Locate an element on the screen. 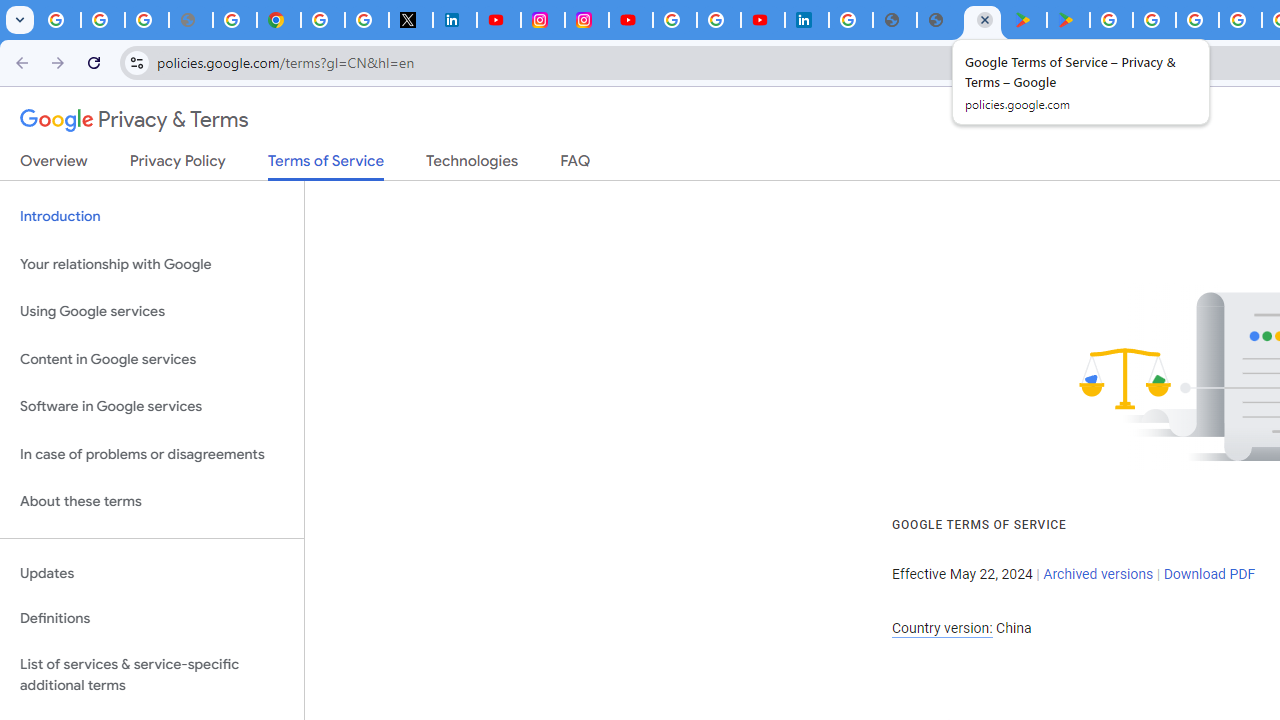 The image size is (1280, 720). 'Terms of Service' is located at coordinates (326, 165).